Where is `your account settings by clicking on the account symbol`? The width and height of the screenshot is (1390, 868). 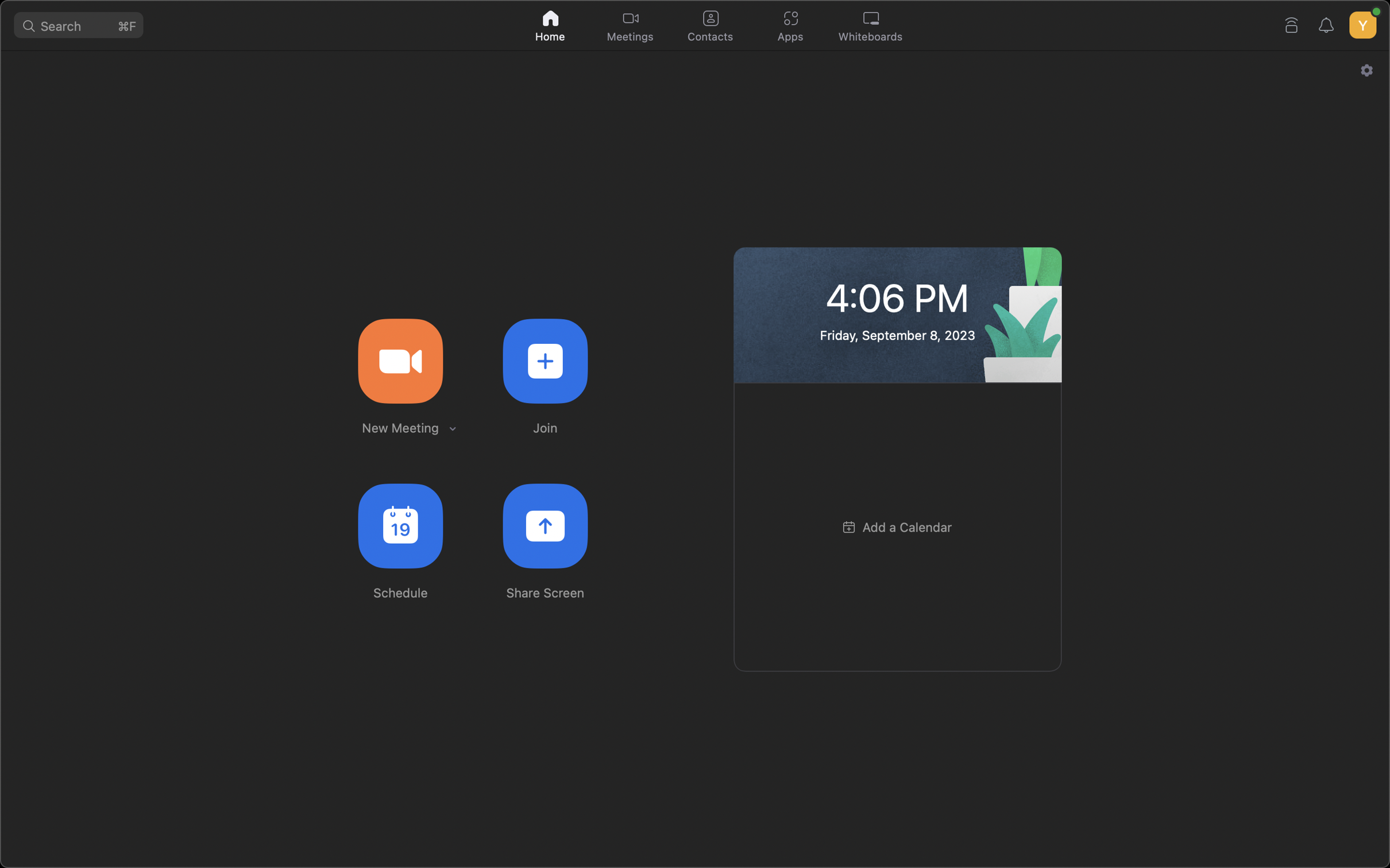 your account settings by clicking on the account symbol is located at coordinates (1361, 22).